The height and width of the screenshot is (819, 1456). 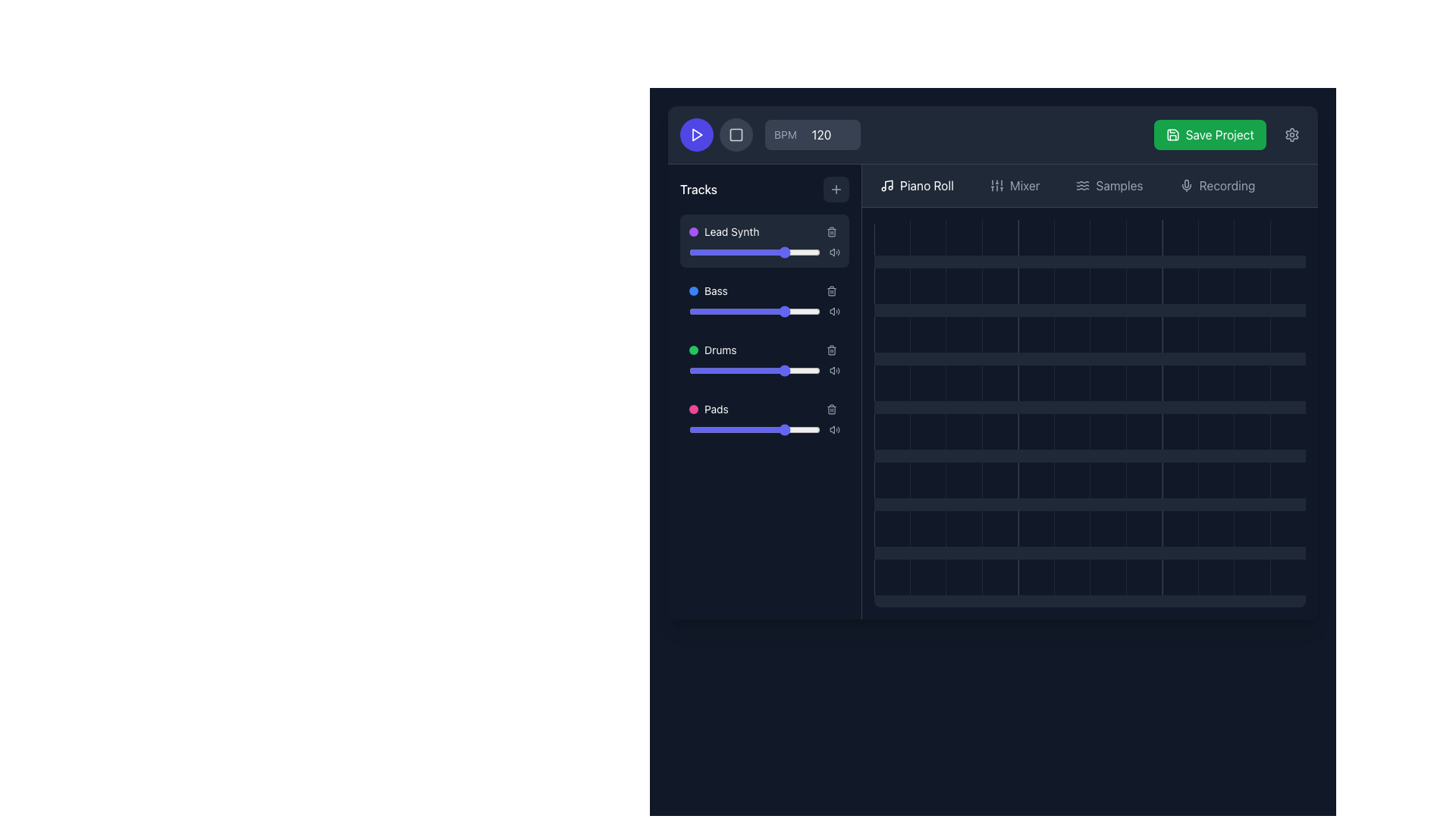 What do you see at coordinates (708, 291) in the screenshot?
I see `the 'Bass' track label icon, which is the second entry in the list of tracks, positioned below 'Lead Synth' and above 'Drums'` at bounding box center [708, 291].